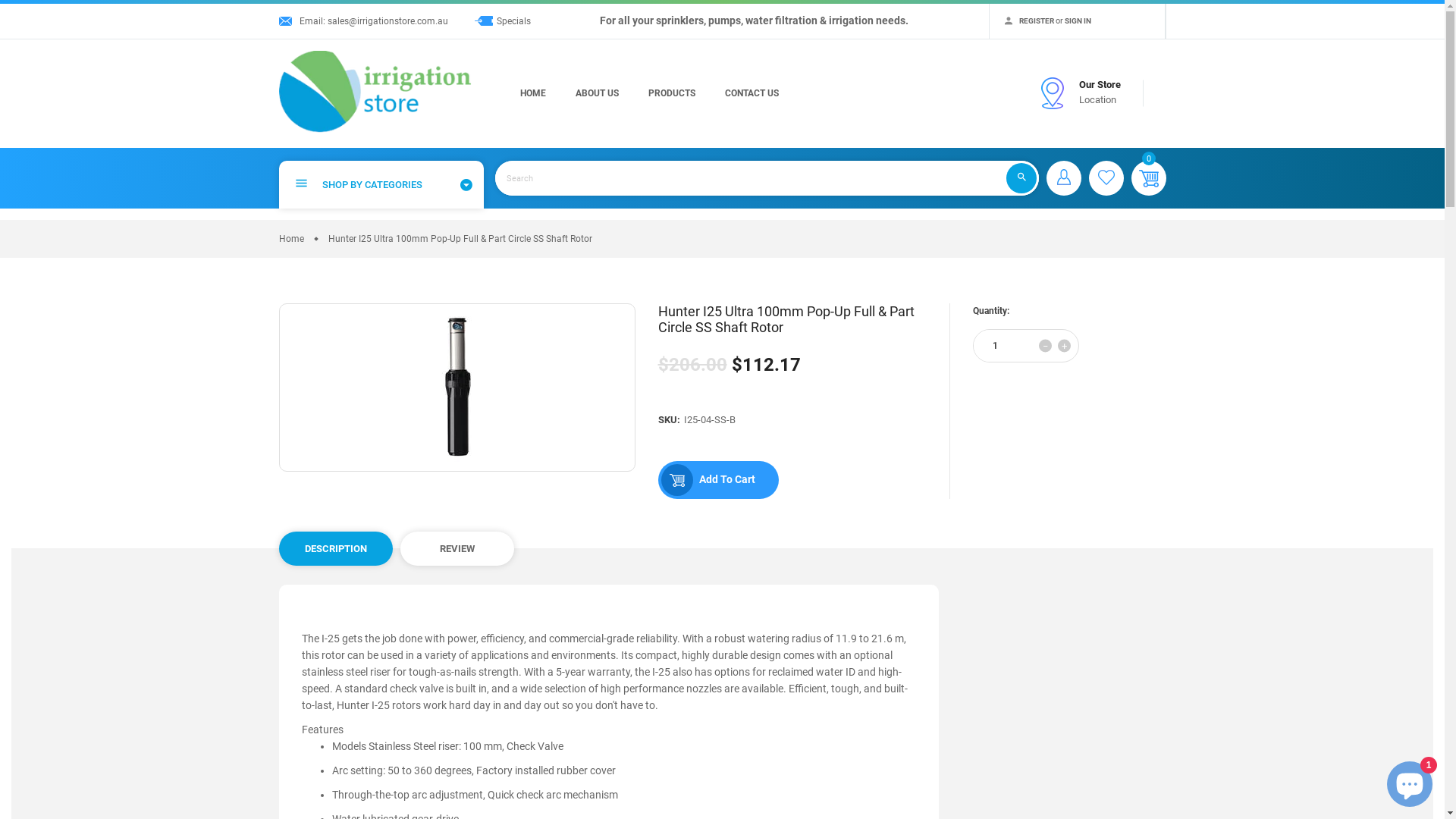 The image size is (1456, 819). Describe the element at coordinates (291, 239) in the screenshot. I see `'Home'` at that location.